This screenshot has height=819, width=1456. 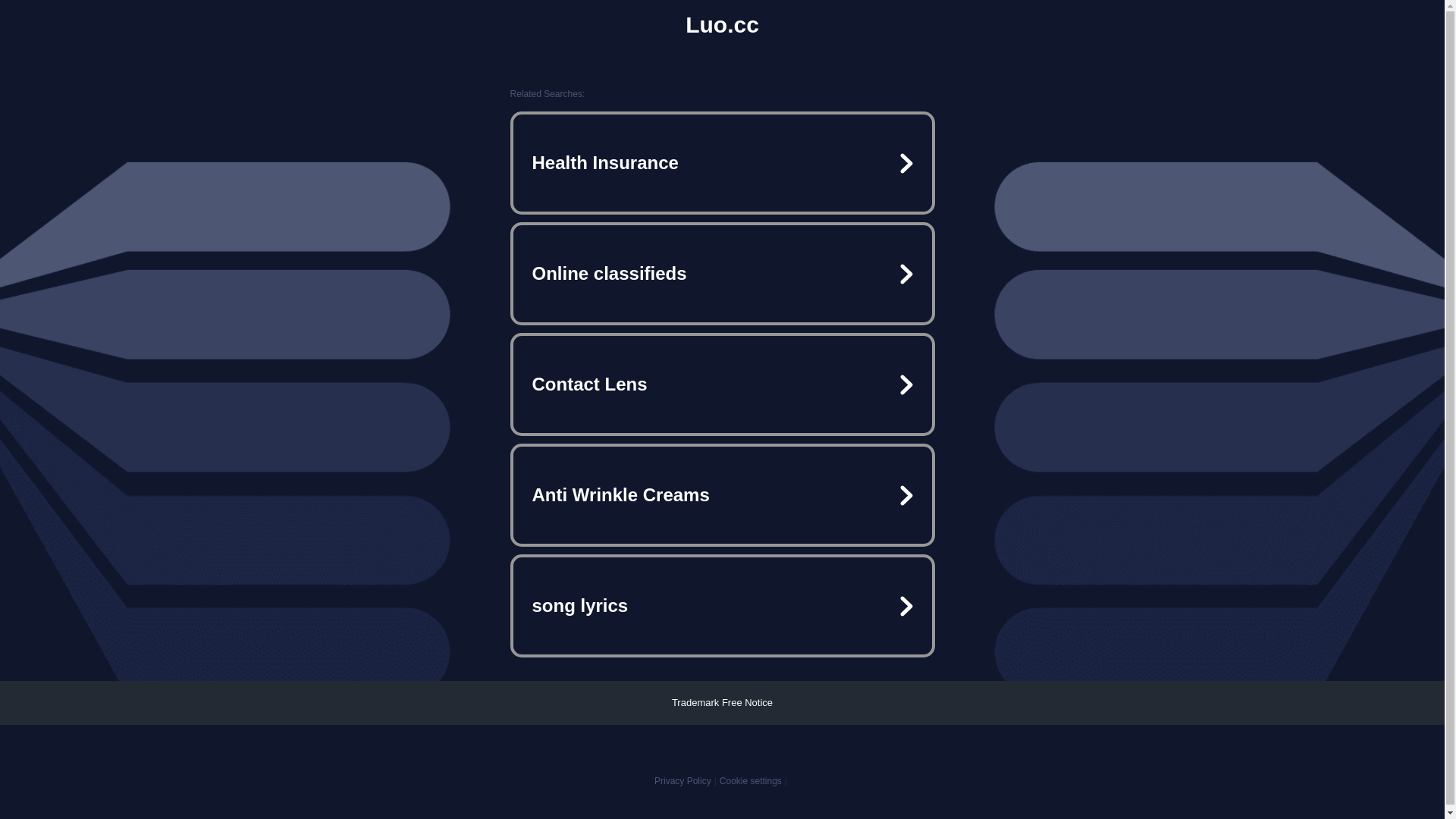 What do you see at coordinates (721, 25) in the screenshot?
I see `'Luo.cc'` at bounding box center [721, 25].